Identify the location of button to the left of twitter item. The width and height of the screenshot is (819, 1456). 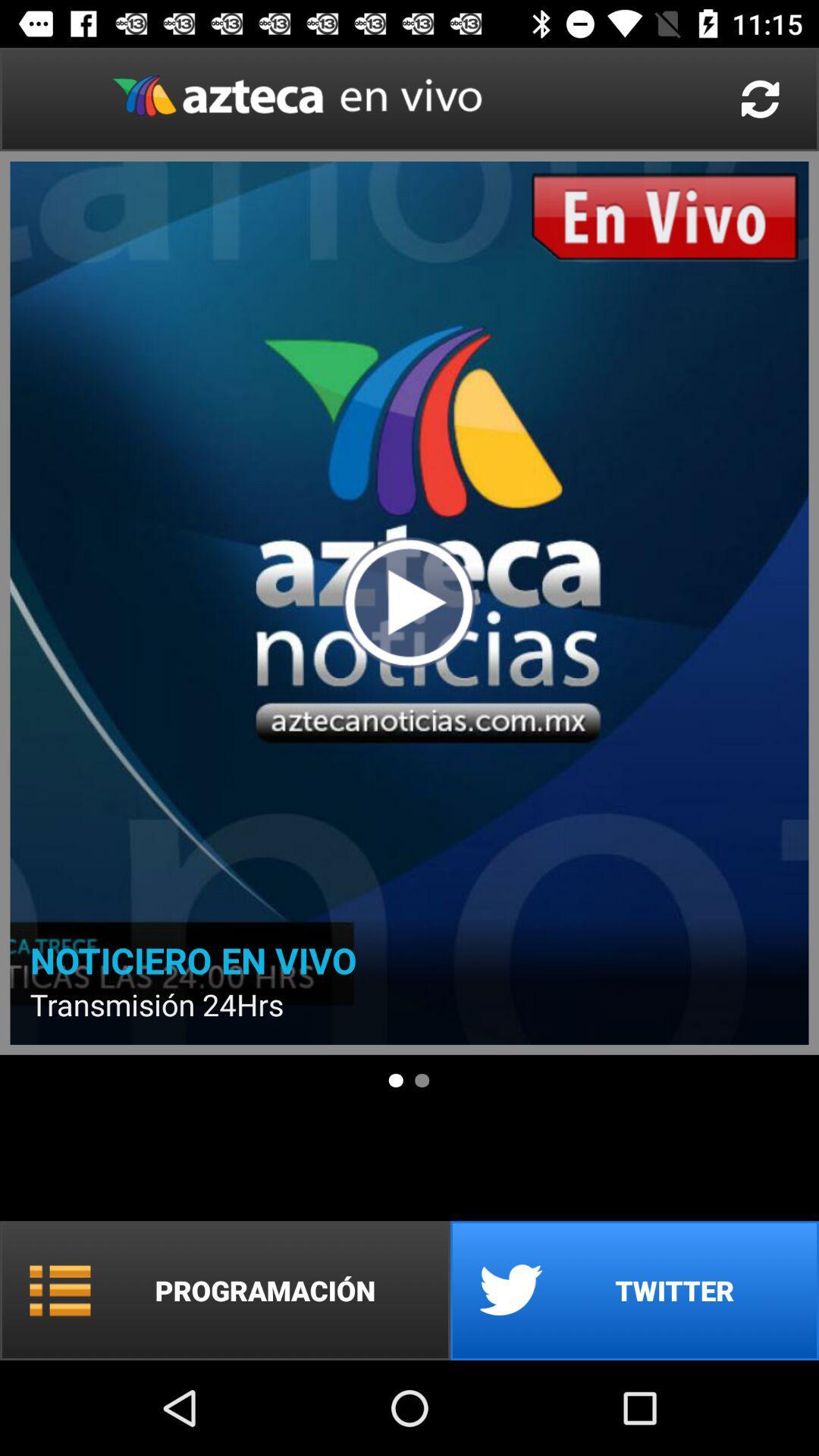
(225, 1290).